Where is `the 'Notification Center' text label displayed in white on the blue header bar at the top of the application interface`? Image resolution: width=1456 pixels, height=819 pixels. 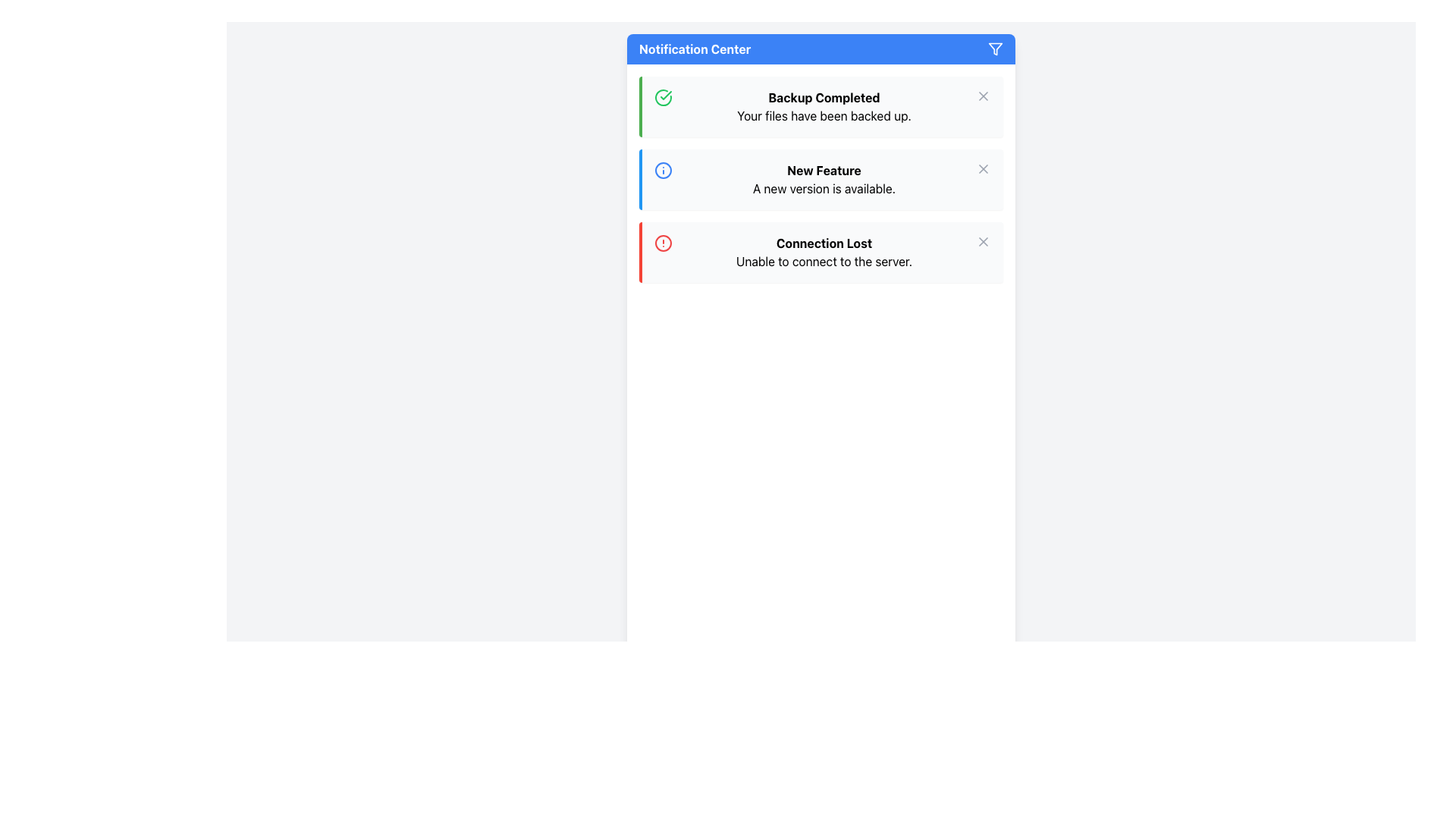
the 'Notification Center' text label displayed in white on the blue header bar at the top of the application interface is located at coordinates (694, 49).